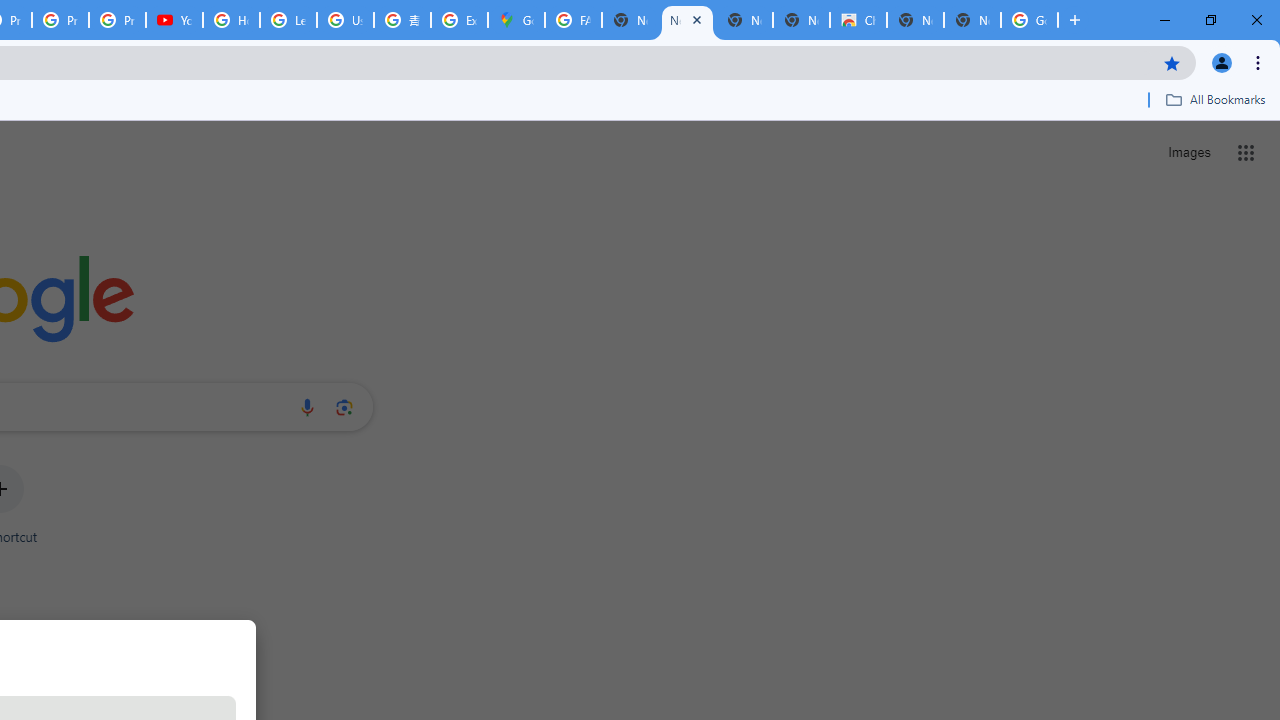  I want to click on 'How Chrome protects your passwords - Google Chrome Help', so click(231, 20).